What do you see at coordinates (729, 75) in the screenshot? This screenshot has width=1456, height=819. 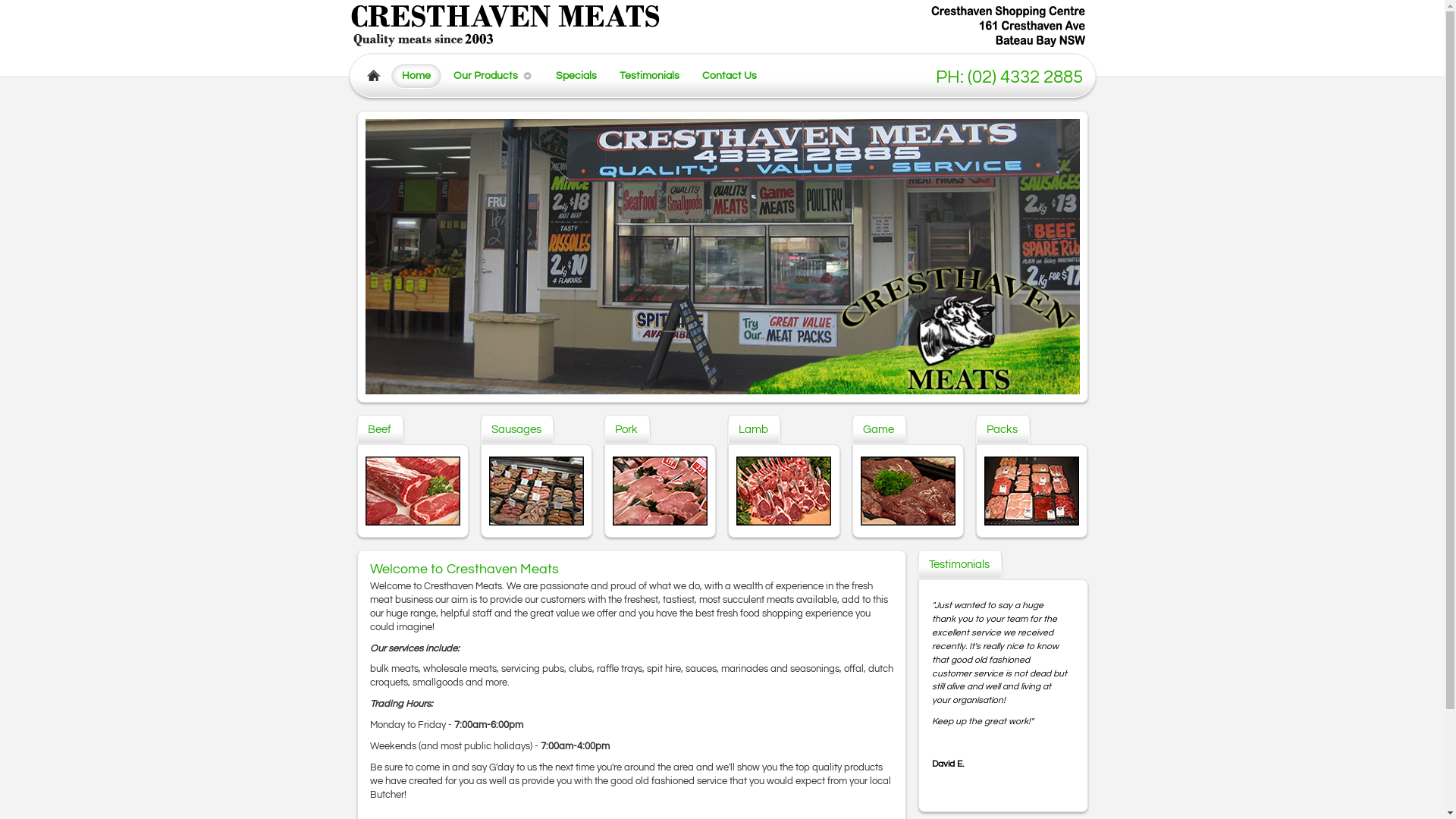 I see `'Contact Us'` at bounding box center [729, 75].